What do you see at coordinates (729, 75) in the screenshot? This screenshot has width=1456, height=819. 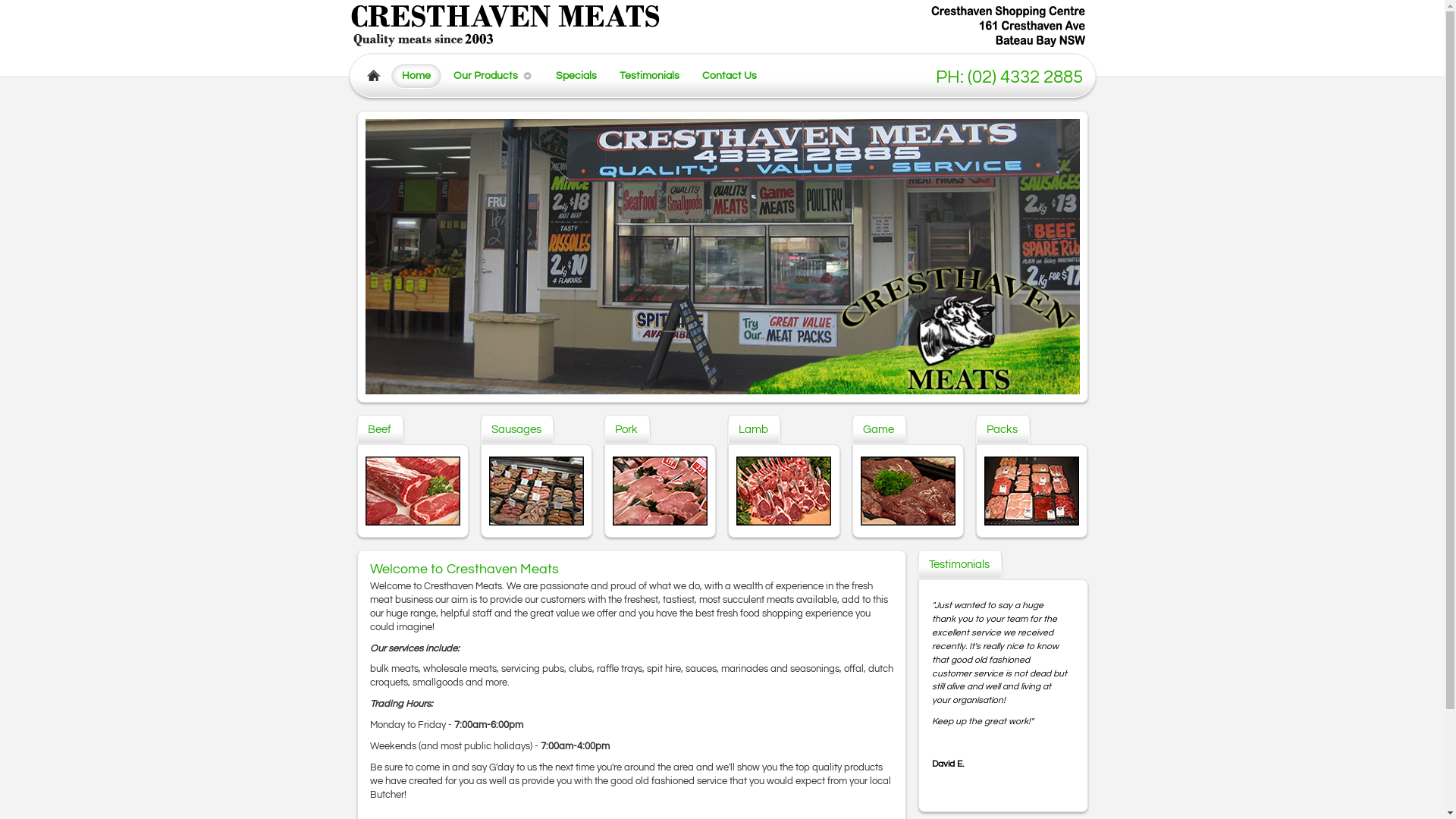 I see `'Contact Us'` at bounding box center [729, 75].